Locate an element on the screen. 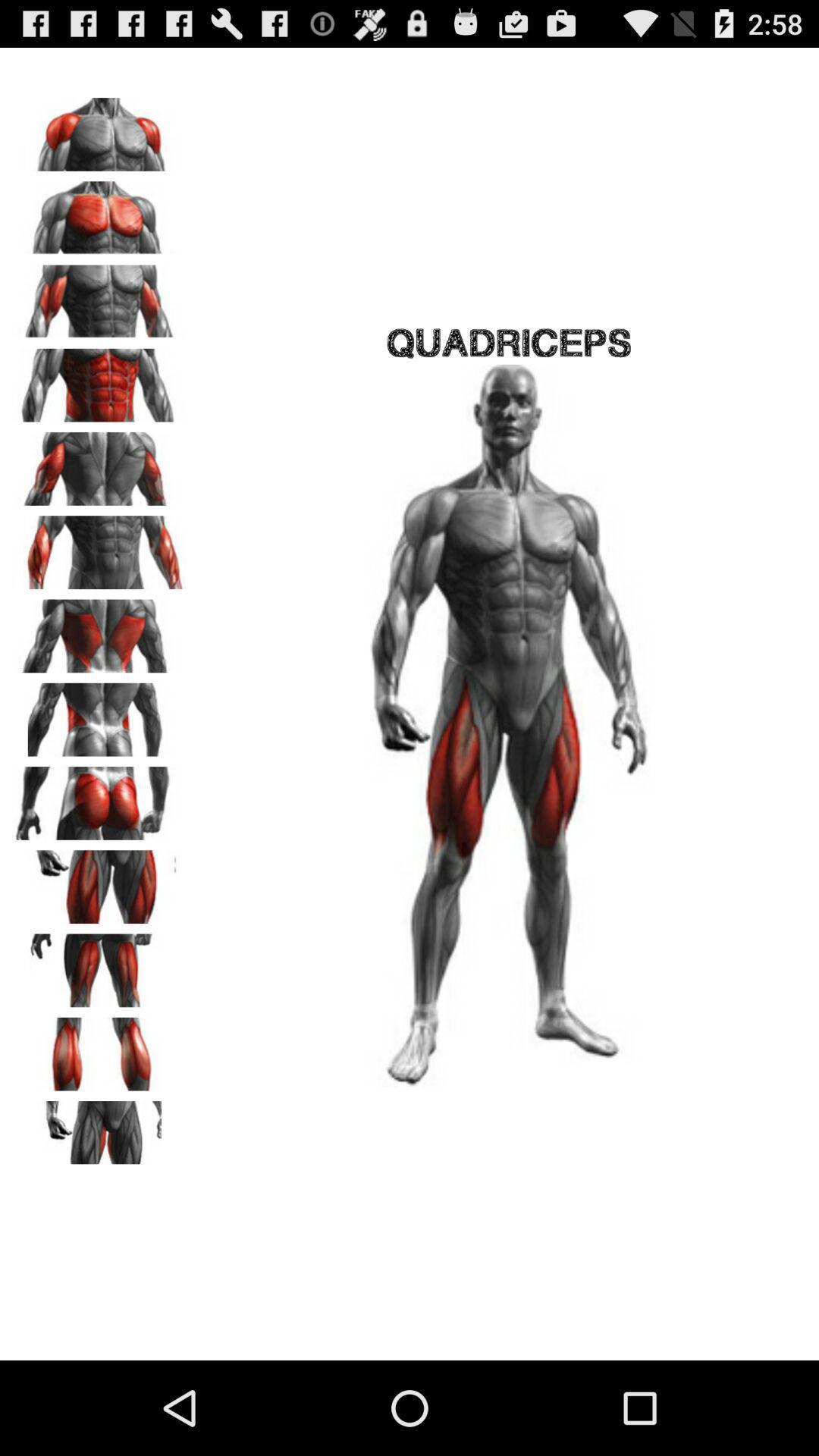  see image is located at coordinates (99, 463).